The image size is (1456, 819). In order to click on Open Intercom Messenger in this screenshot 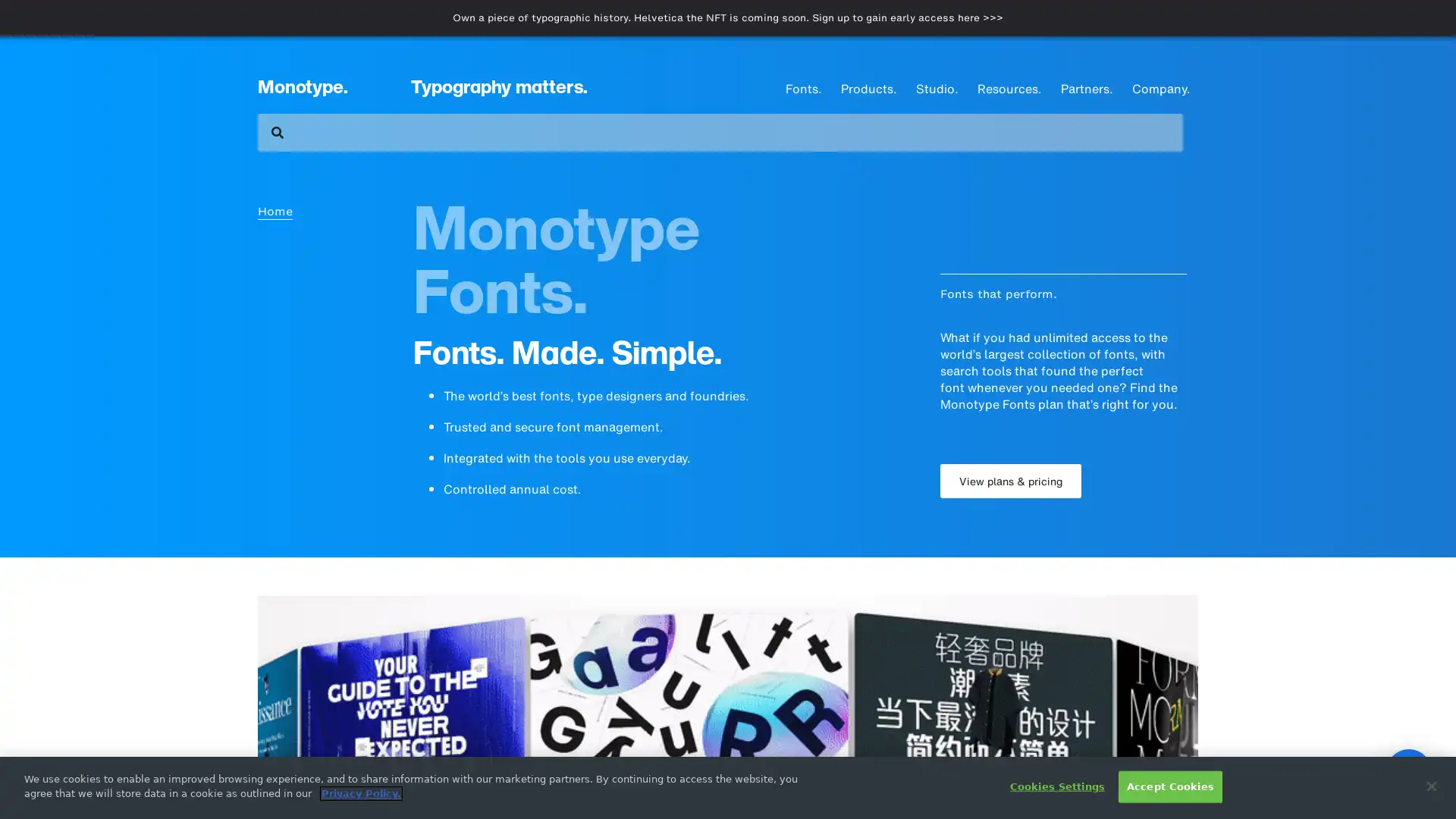, I will do `click(1407, 772)`.